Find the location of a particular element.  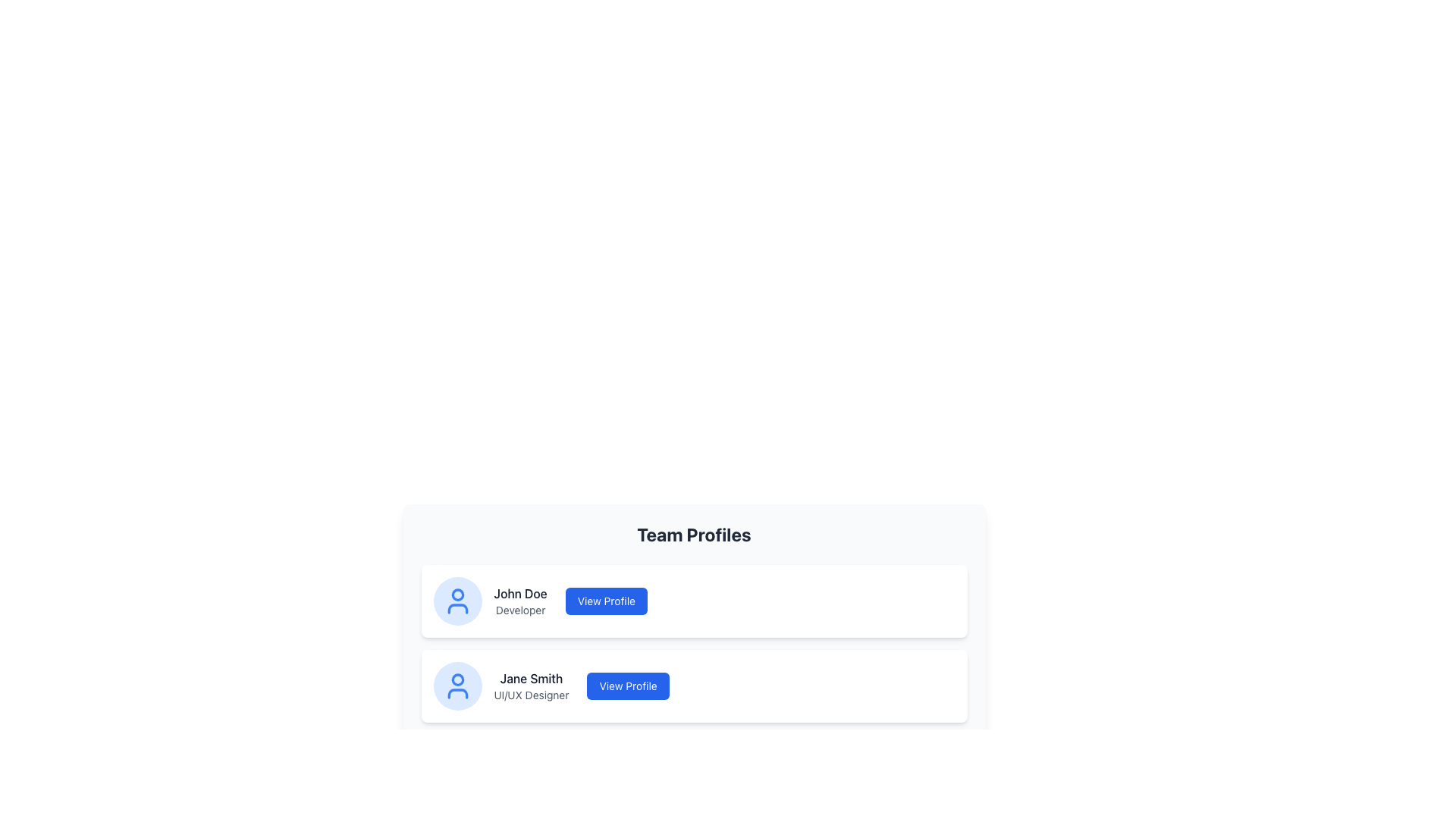

the text label displaying 'UI/UX Designer', which is styled in gray and positioned underneath 'Jane Smith' is located at coordinates (531, 695).